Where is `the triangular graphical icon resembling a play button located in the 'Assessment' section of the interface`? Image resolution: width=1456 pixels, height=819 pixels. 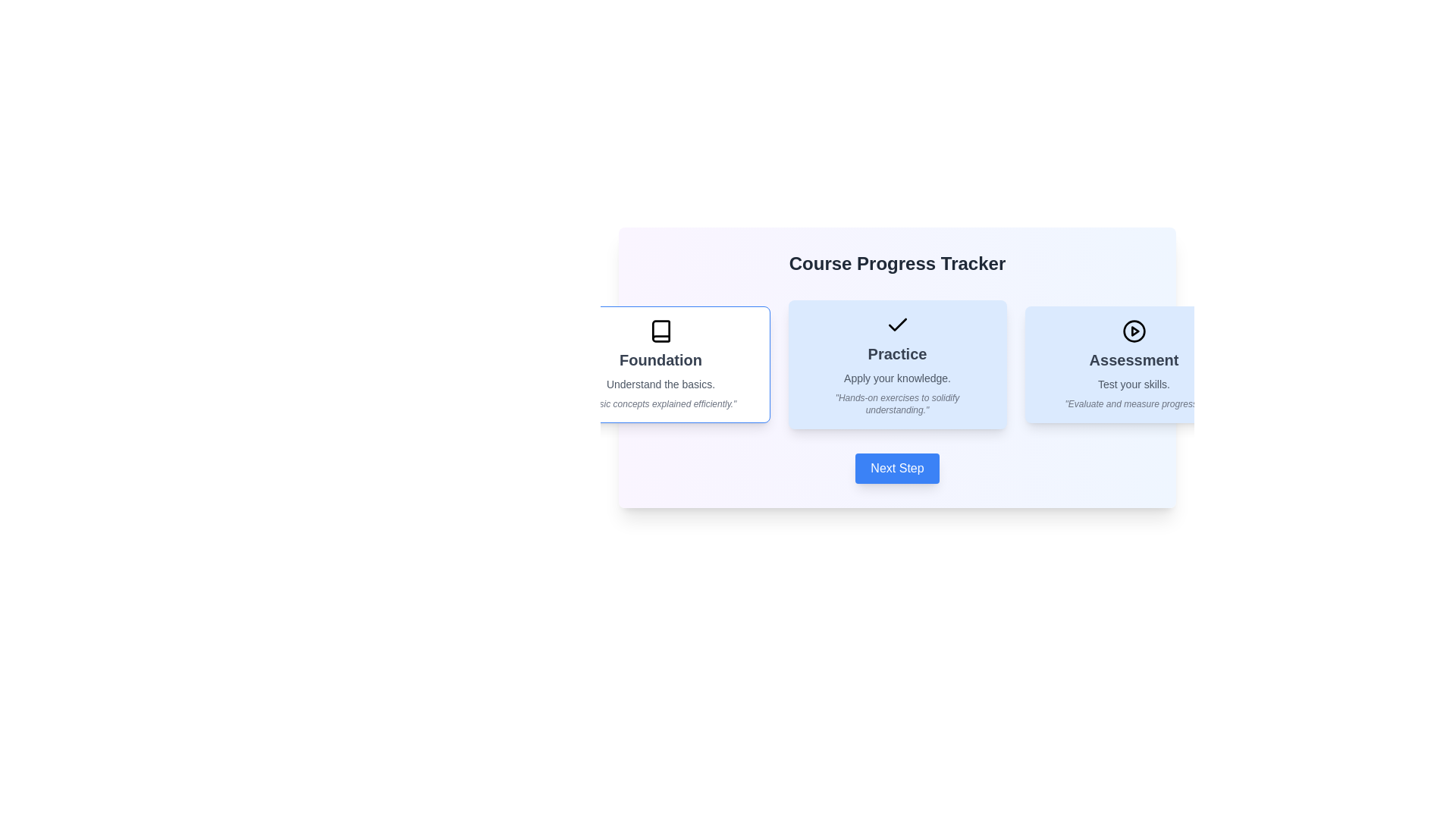
the triangular graphical icon resembling a play button located in the 'Assessment' section of the interface is located at coordinates (1134, 330).